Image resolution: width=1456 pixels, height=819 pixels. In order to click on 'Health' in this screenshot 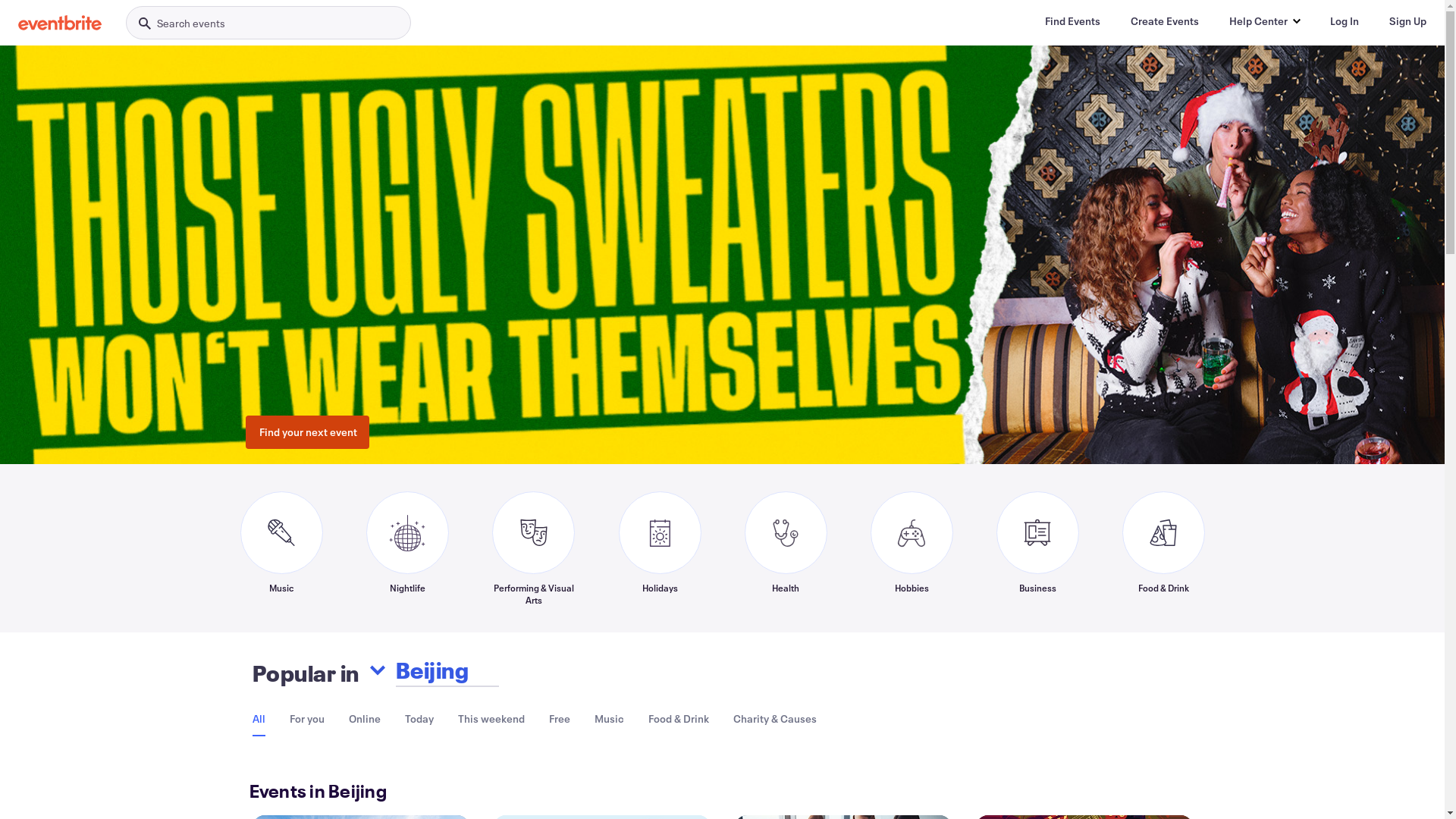, I will do `click(786, 548)`.